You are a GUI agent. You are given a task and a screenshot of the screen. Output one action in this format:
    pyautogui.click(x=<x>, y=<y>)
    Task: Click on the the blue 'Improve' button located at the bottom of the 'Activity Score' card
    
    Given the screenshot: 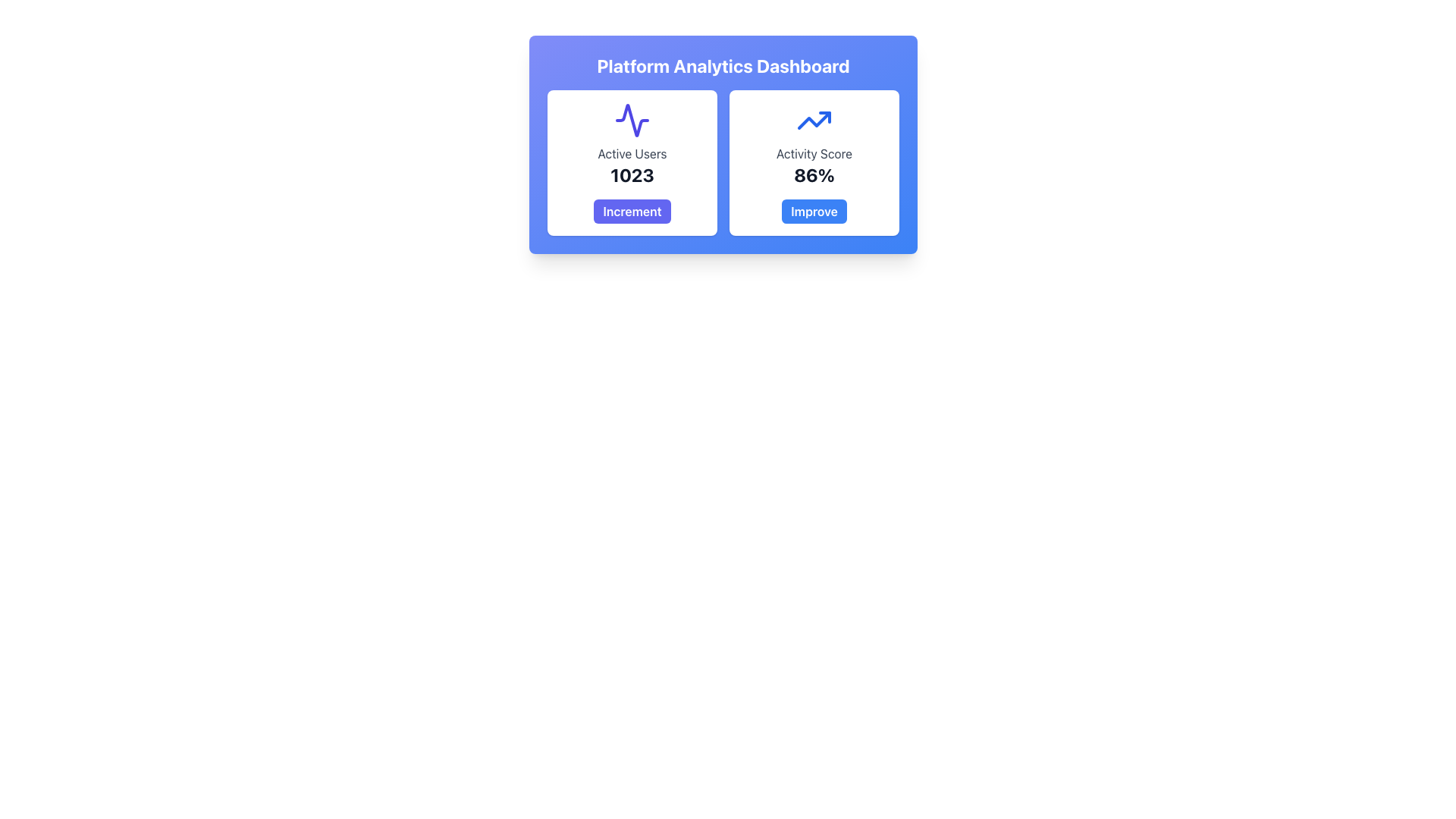 What is the action you would take?
    pyautogui.click(x=814, y=211)
    